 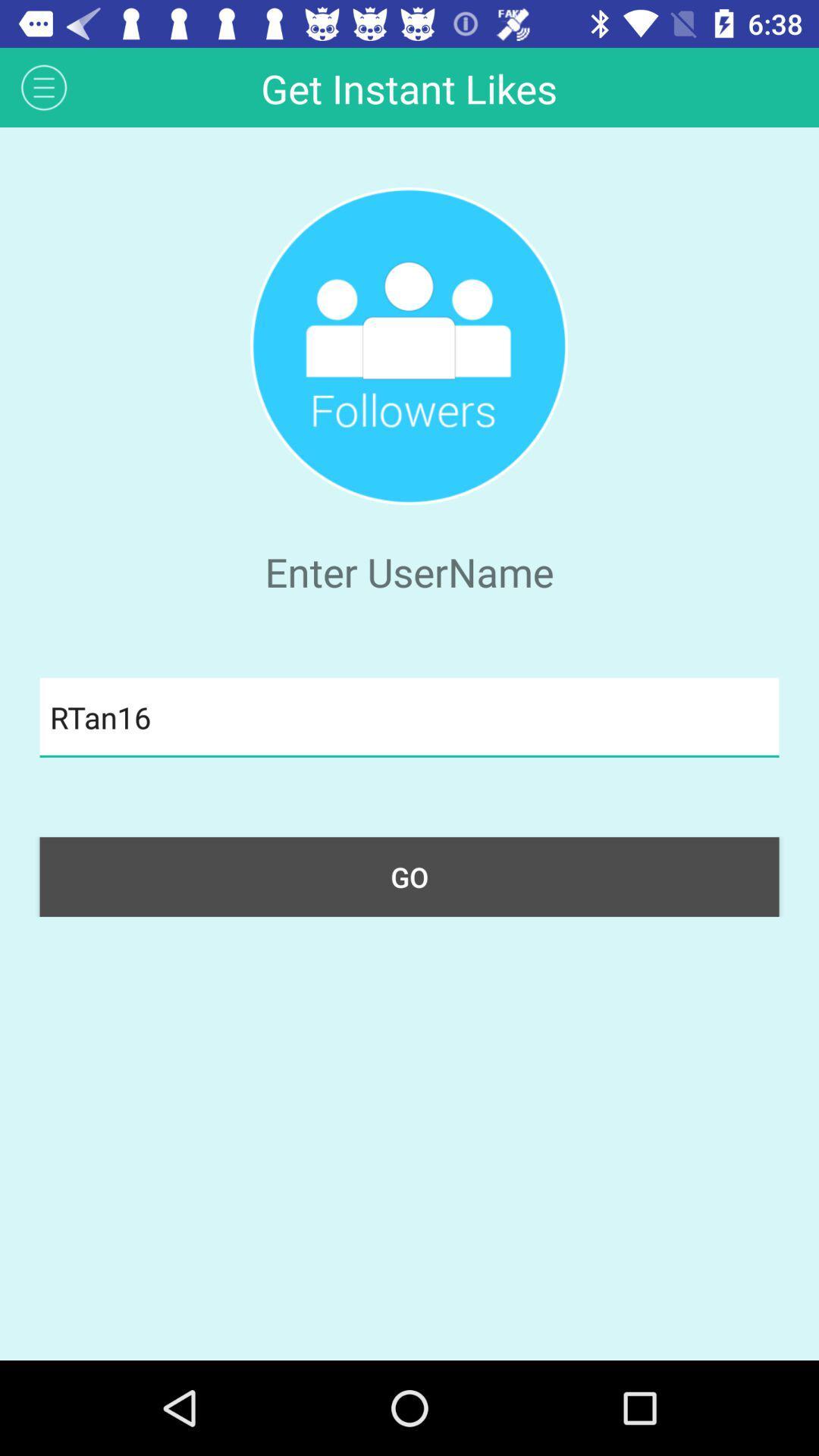 I want to click on icon to the left of the get instant likes icon, so click(x=43, y=86).